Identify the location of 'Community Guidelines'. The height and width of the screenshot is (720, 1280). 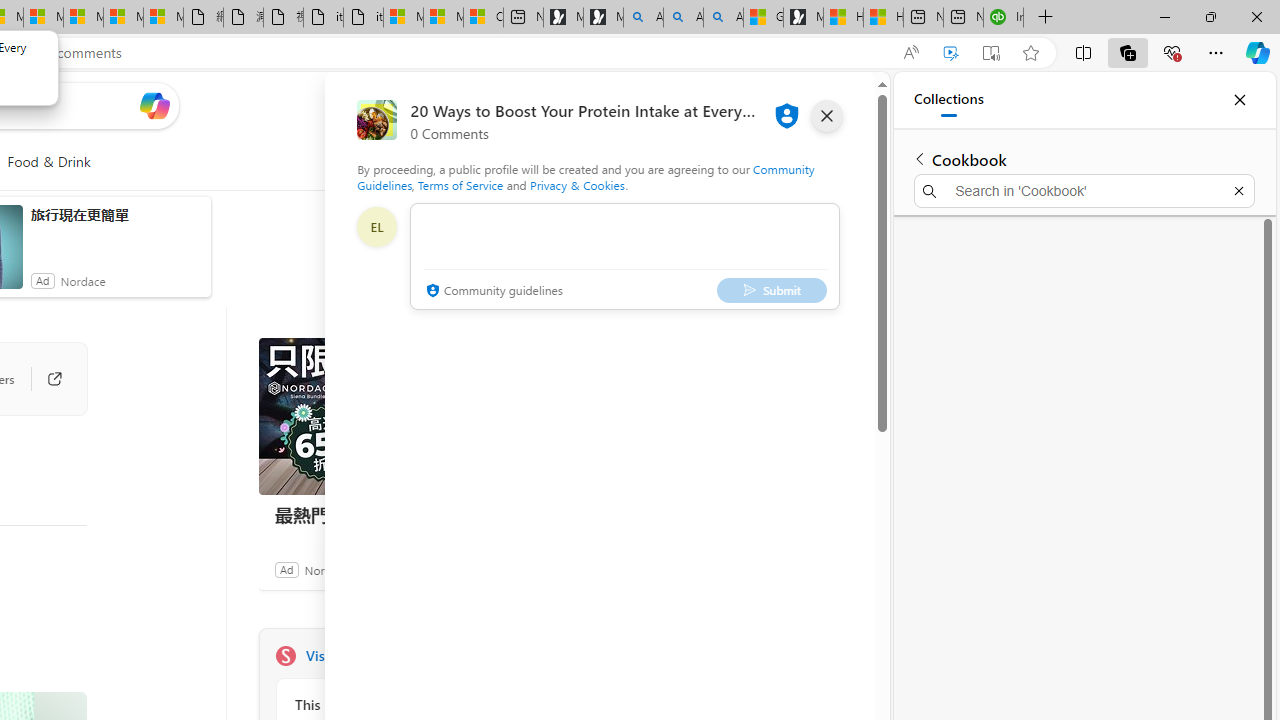
(585, 176).